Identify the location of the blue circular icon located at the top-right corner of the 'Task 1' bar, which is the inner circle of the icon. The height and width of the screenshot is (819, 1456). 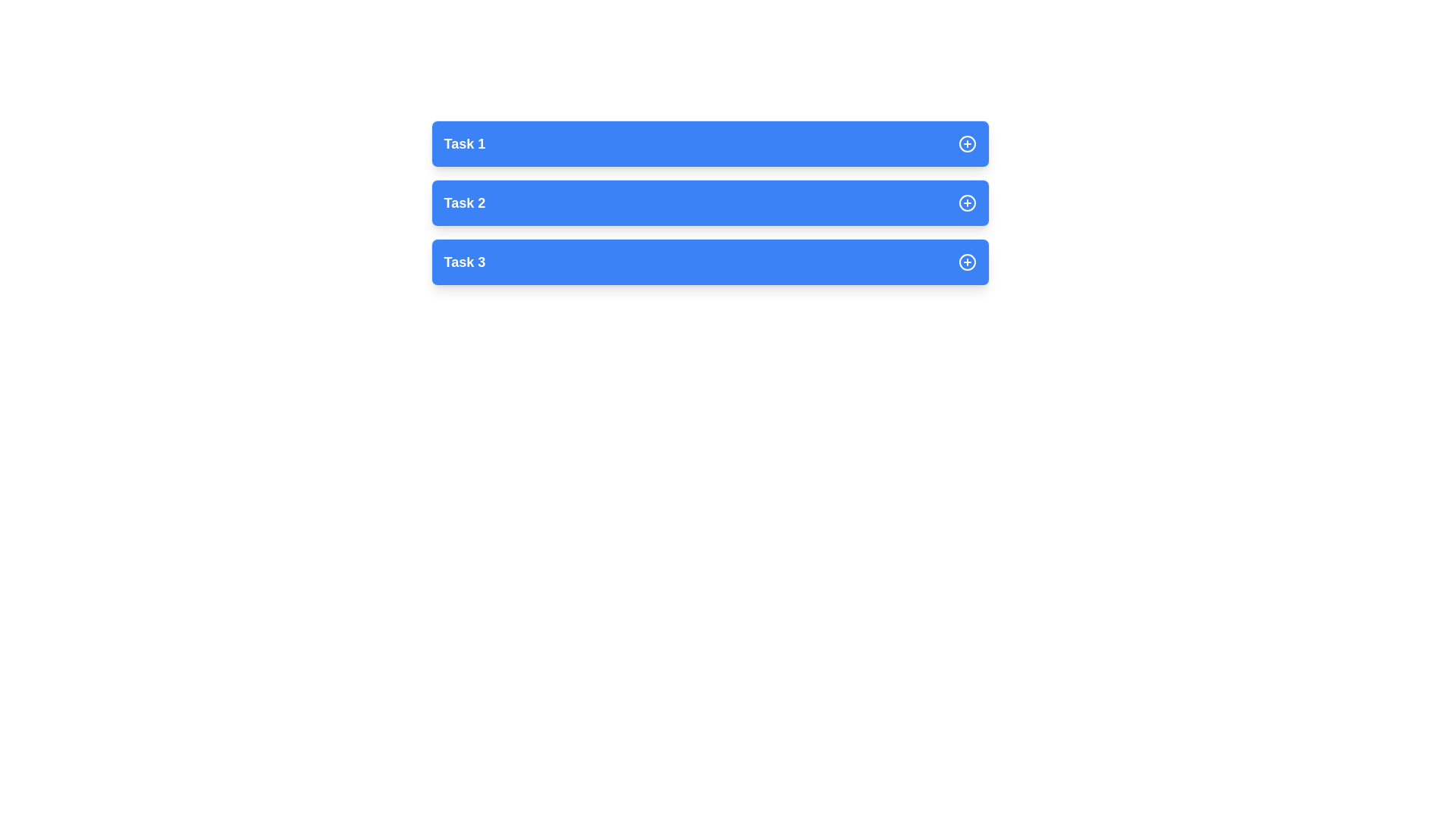
(966, 143).